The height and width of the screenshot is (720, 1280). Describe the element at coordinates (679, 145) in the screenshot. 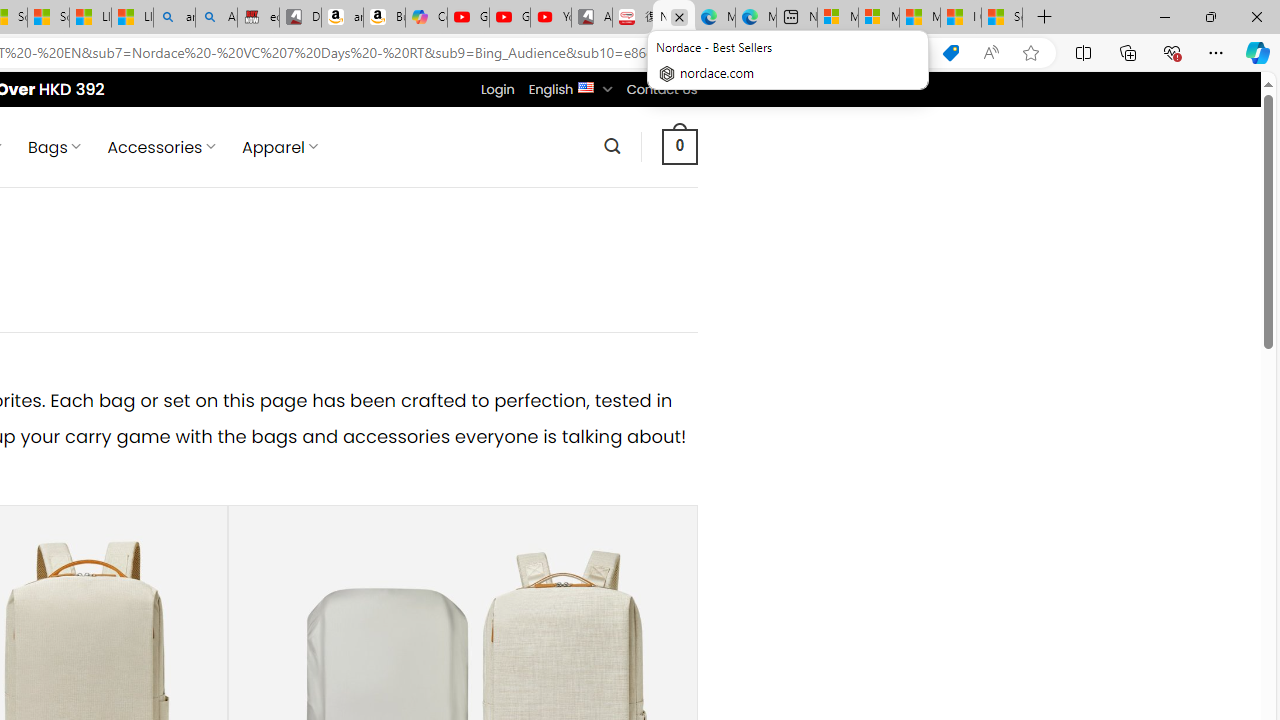

I see `' 0 '` at that location.